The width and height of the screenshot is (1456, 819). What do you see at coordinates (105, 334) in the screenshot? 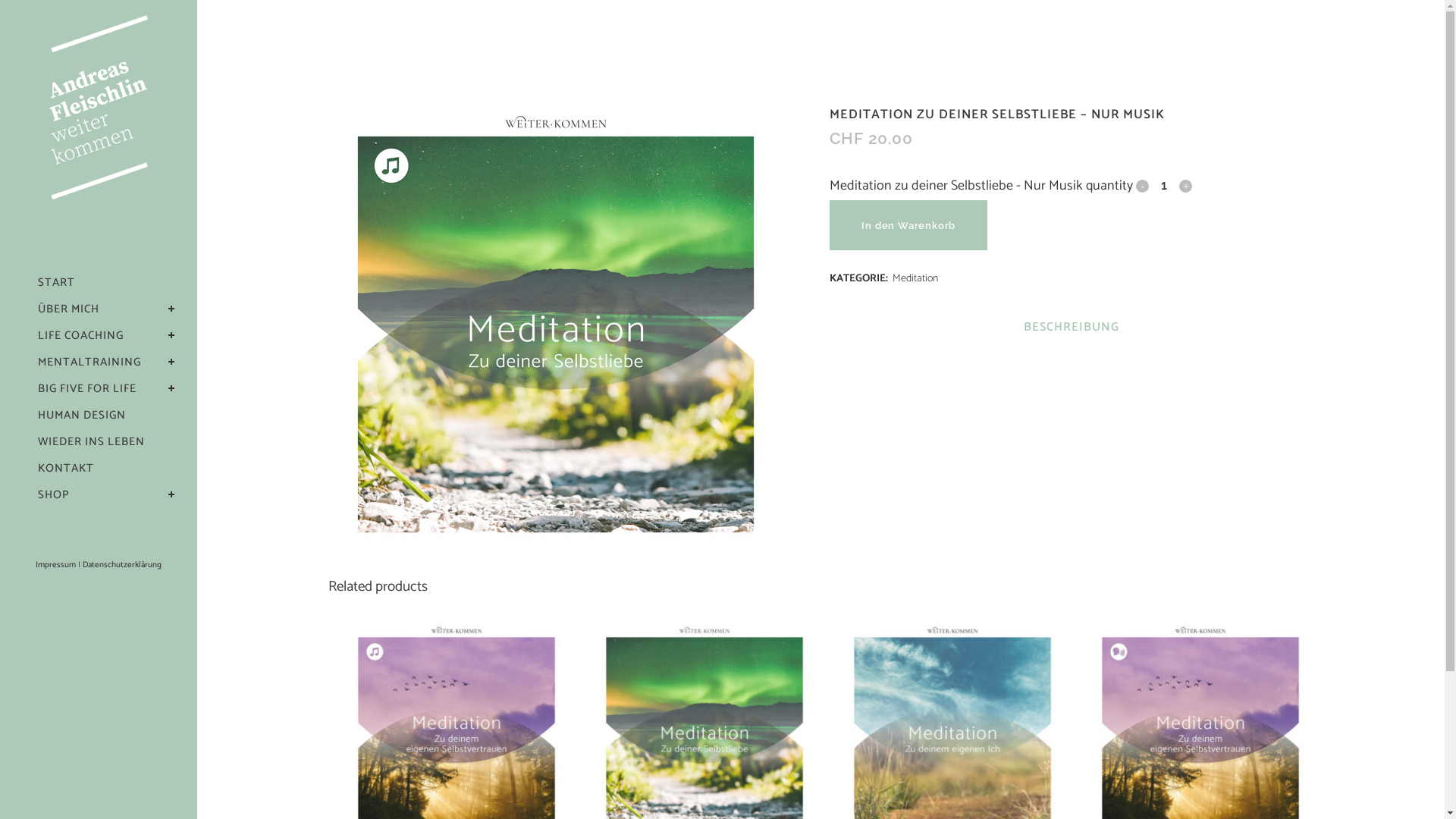
I see `'LIFE COACHING'` at bounding box center [105, 334].